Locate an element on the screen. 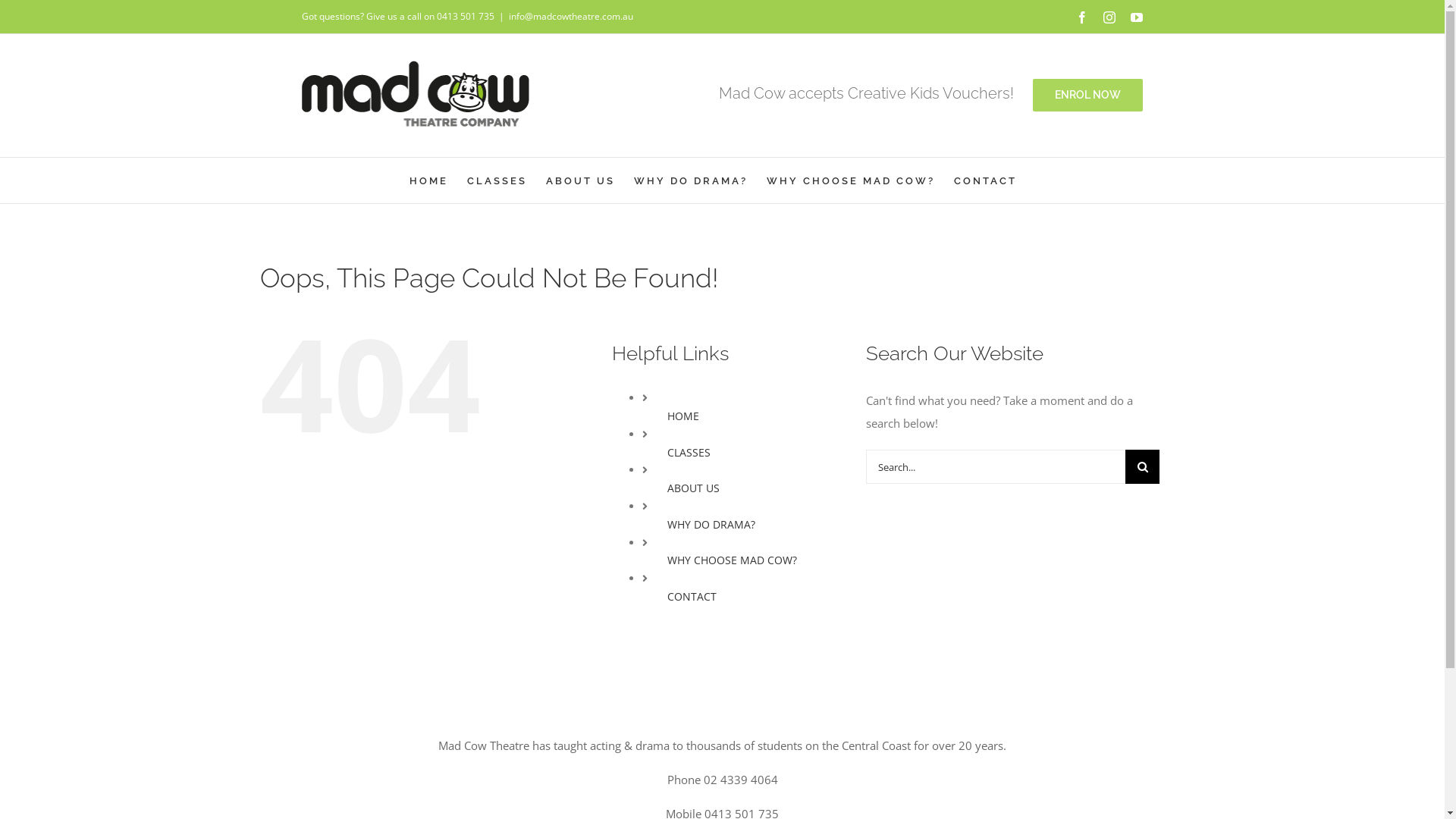 This screenshot has width=1456, height=819. 'CLASSES' is located at coordinates (688, 451).